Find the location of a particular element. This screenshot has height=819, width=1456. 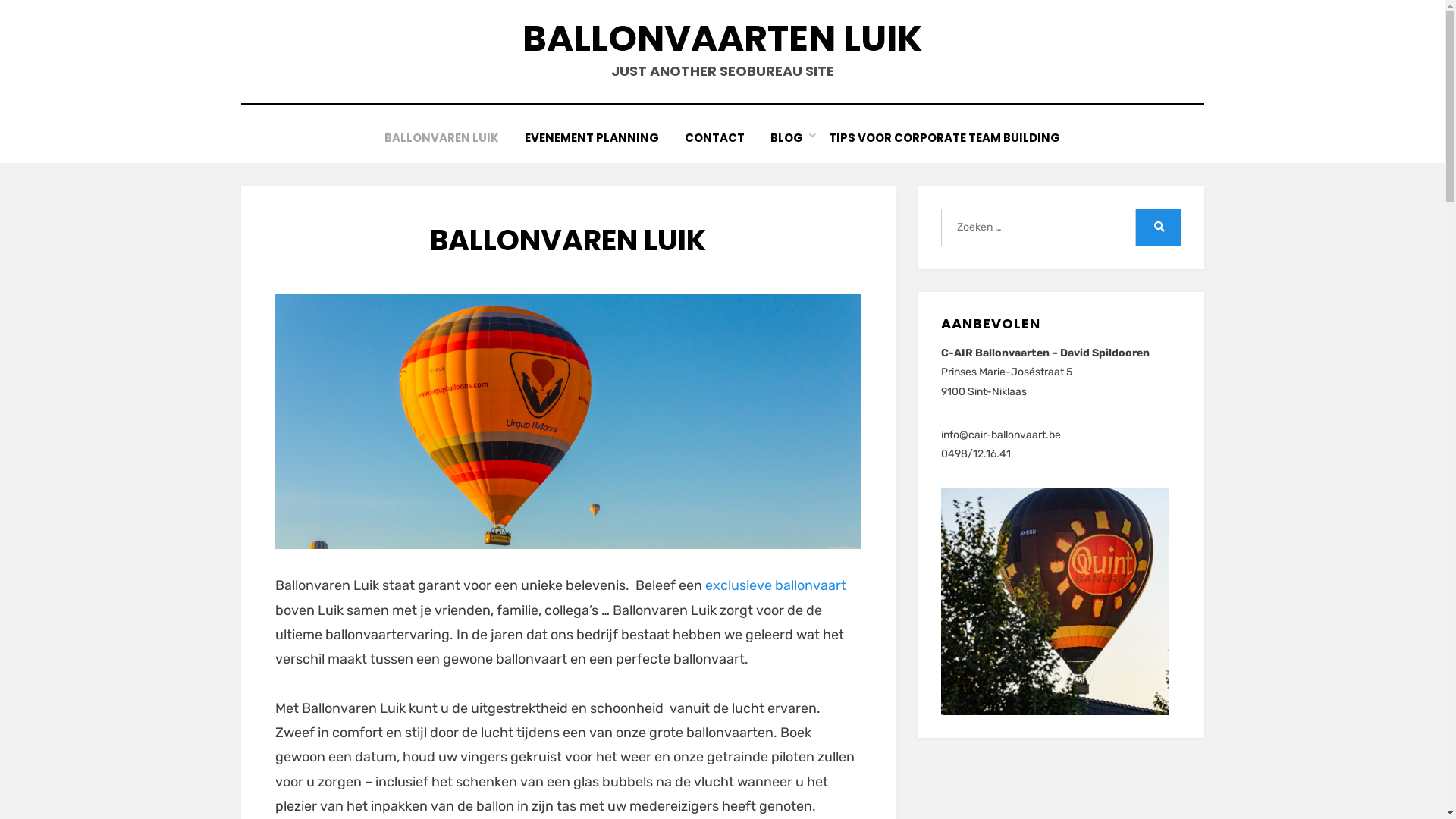

'Zoeken' is located at coordinates (1157, 227).